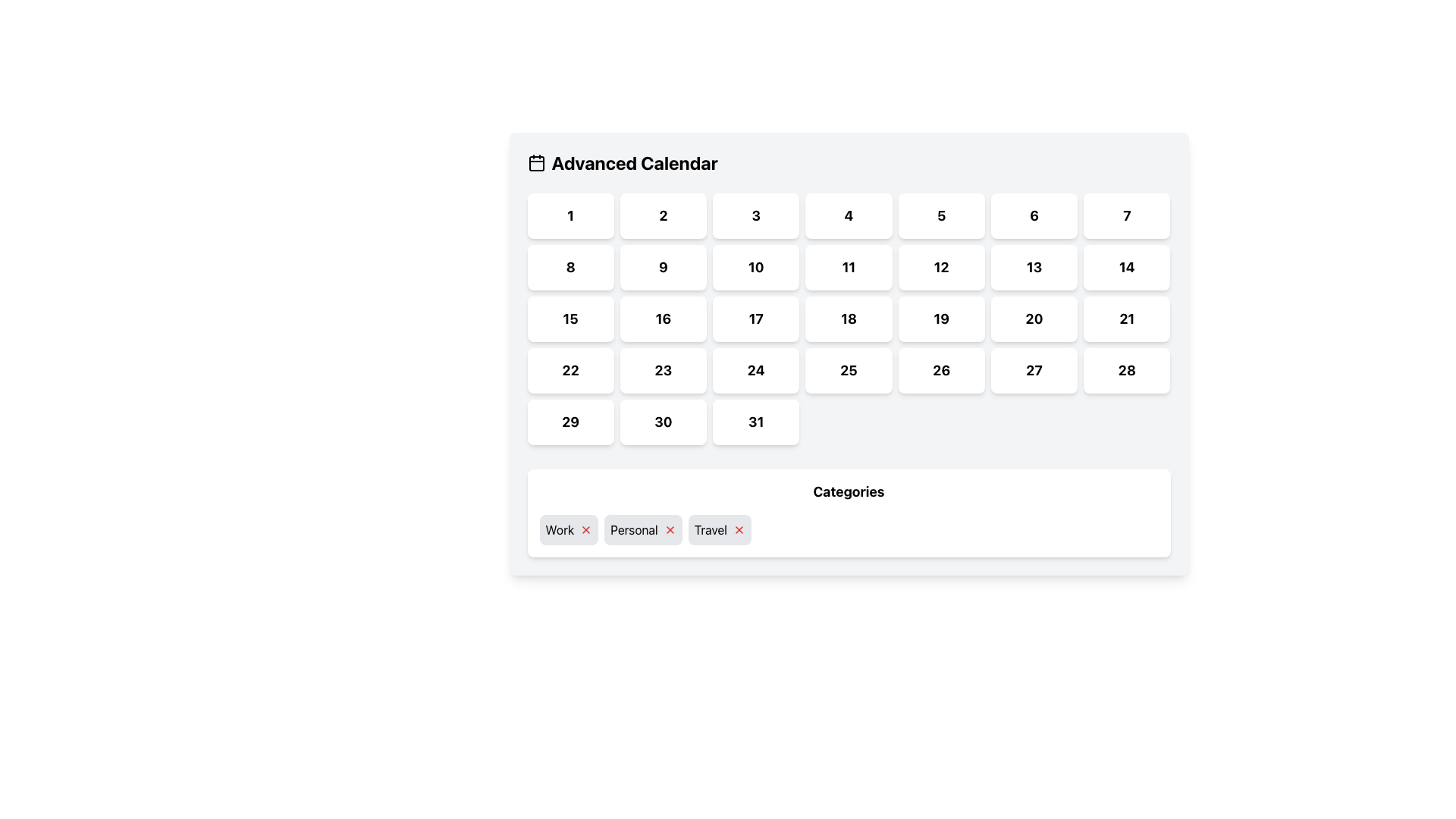 This screenshot has height=819, width=1456. Describe the element at coordinates (756, 215) in the screenshot. I see `the text element displaying the number '3' in the calendar interface, which is located in the third column of the first row` at that location.